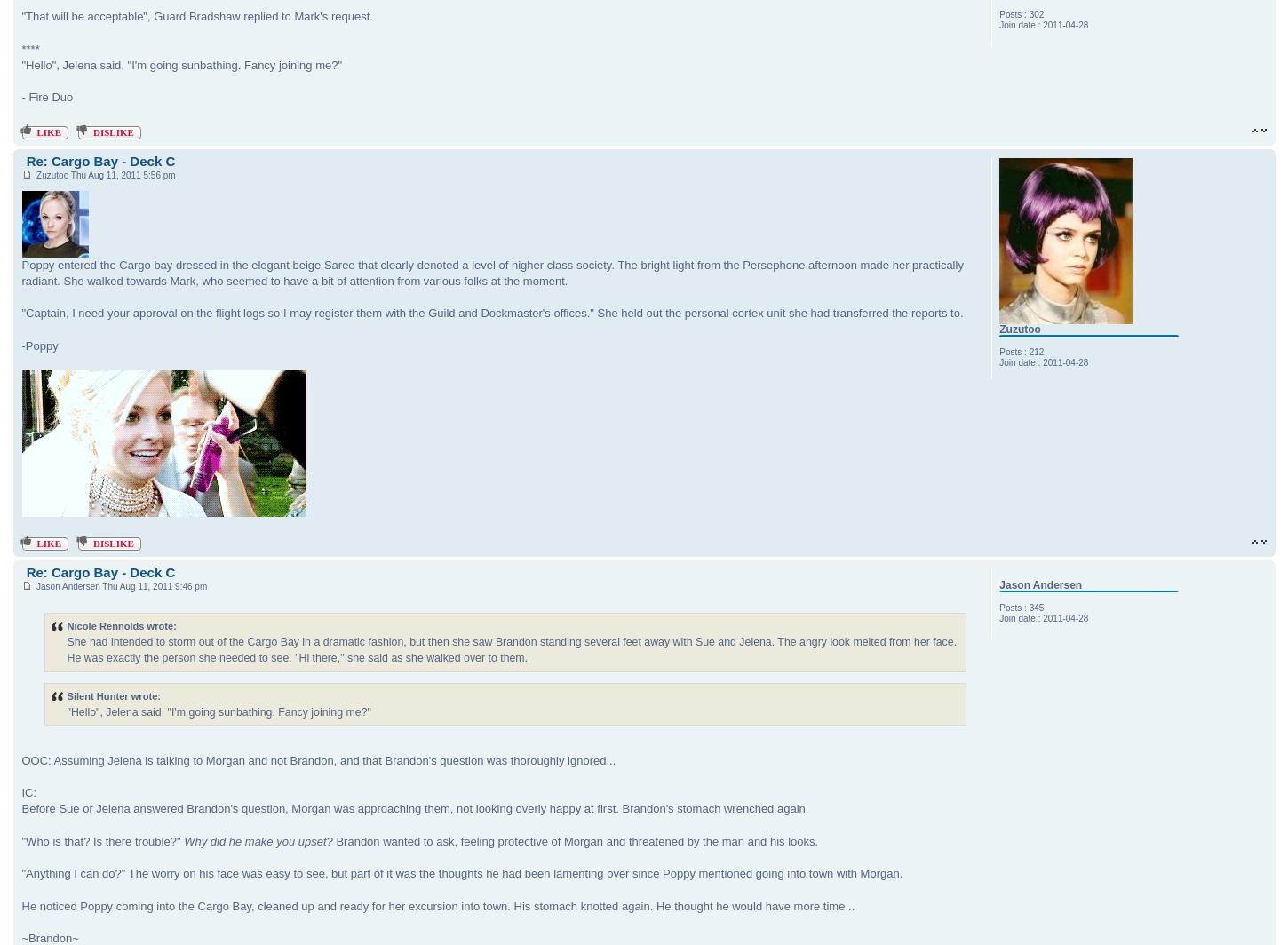 The image size is (1288, 945). I want to click on 'Brandon wanted to ask, feeling protective of Morgan and threatened by the man and his looks.', so click(330, 840).